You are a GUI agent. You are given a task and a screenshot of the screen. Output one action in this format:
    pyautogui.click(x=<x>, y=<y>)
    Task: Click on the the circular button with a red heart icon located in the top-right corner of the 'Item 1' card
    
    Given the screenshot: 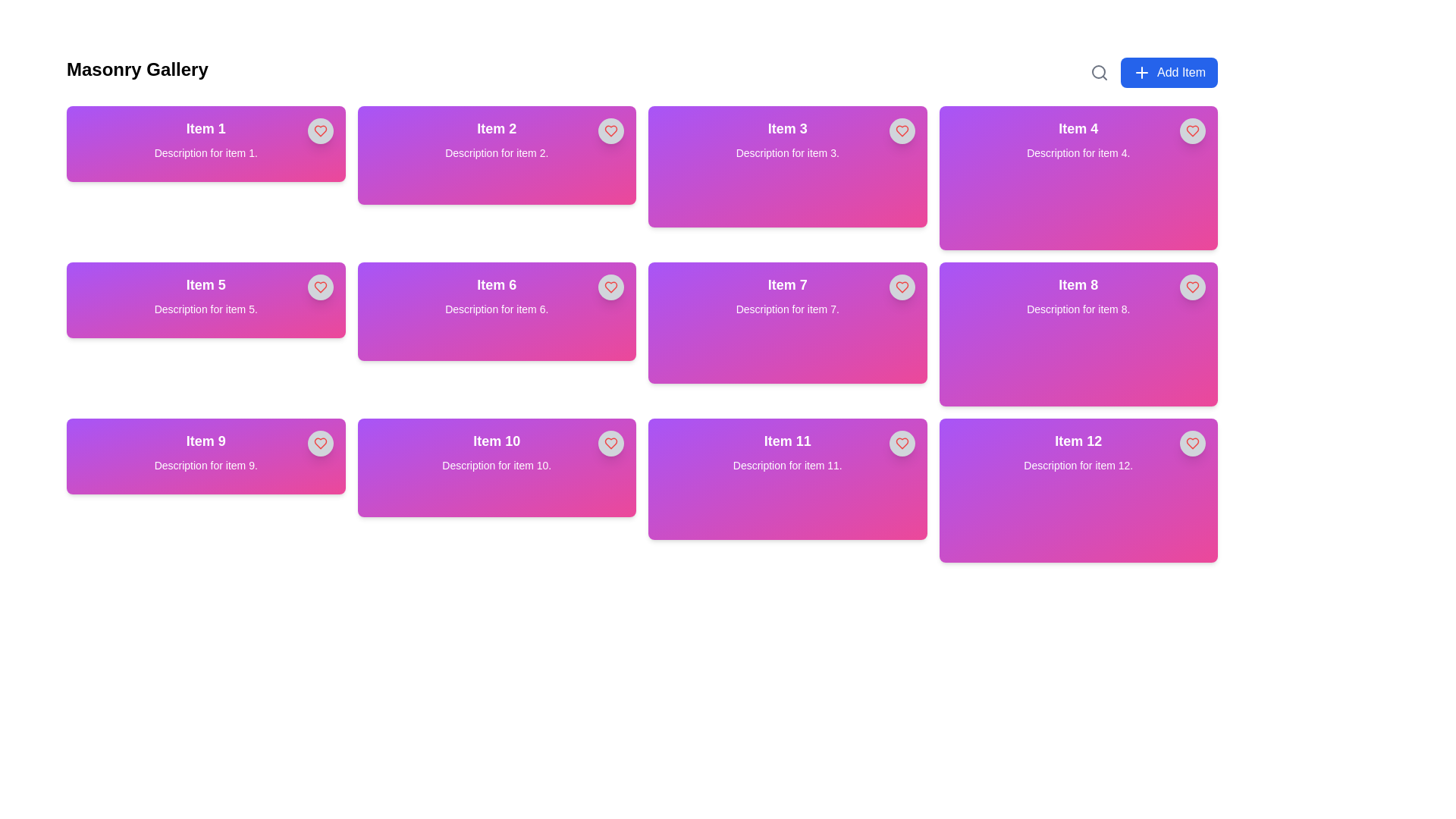 What is the action you would take?
    pyautogui.click(x=319, y=130)
    